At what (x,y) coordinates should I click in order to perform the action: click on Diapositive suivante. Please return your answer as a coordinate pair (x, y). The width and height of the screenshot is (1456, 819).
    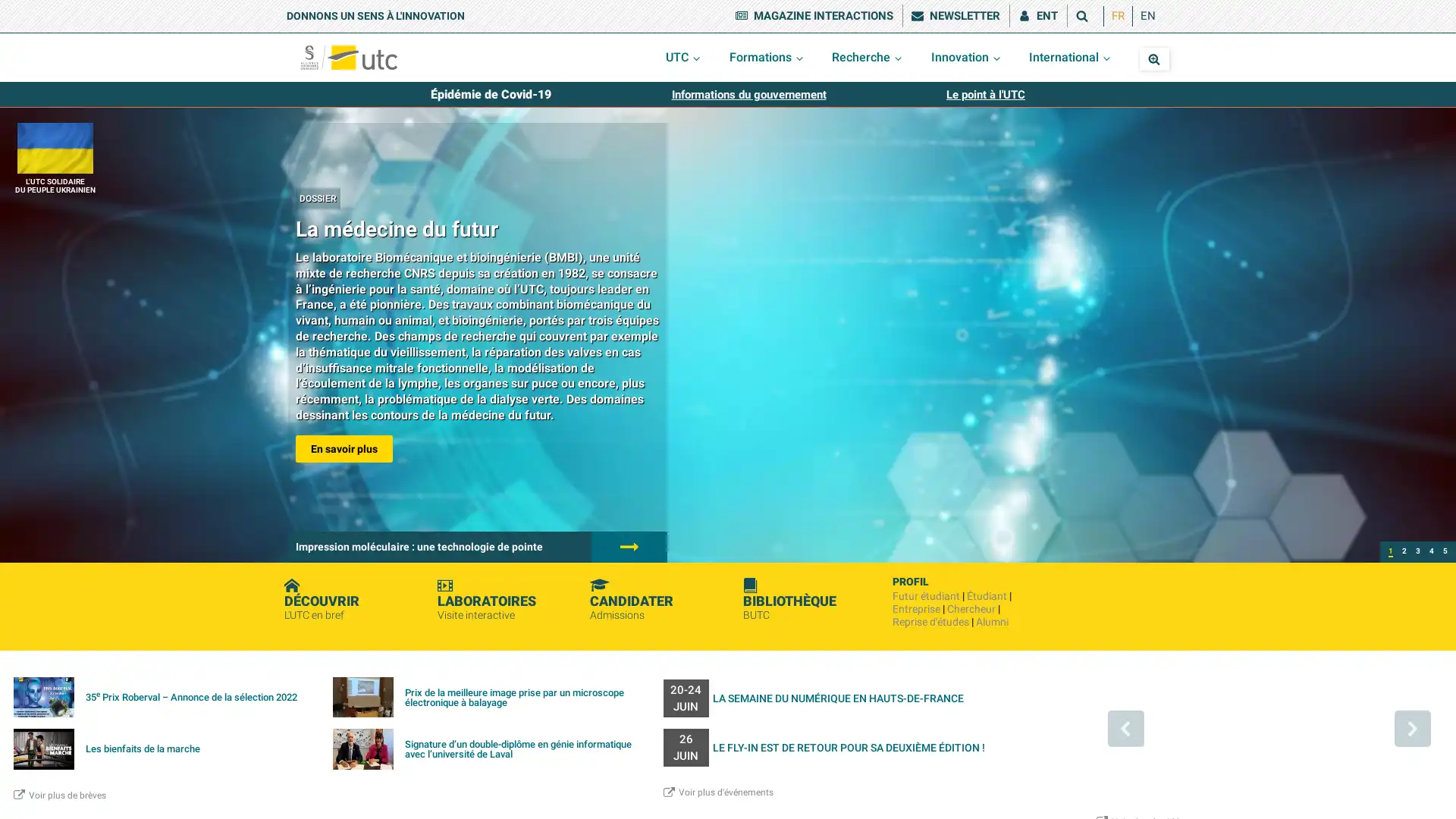
    Looking at the image, I should click on (1411, 727).